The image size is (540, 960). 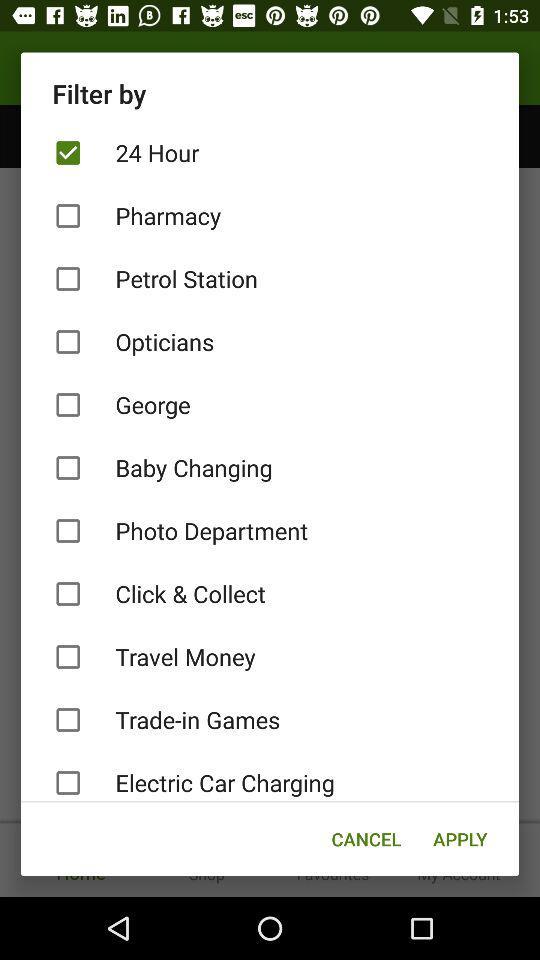 I want to click on icon below the electric car charging, so click(x=460, y=839).